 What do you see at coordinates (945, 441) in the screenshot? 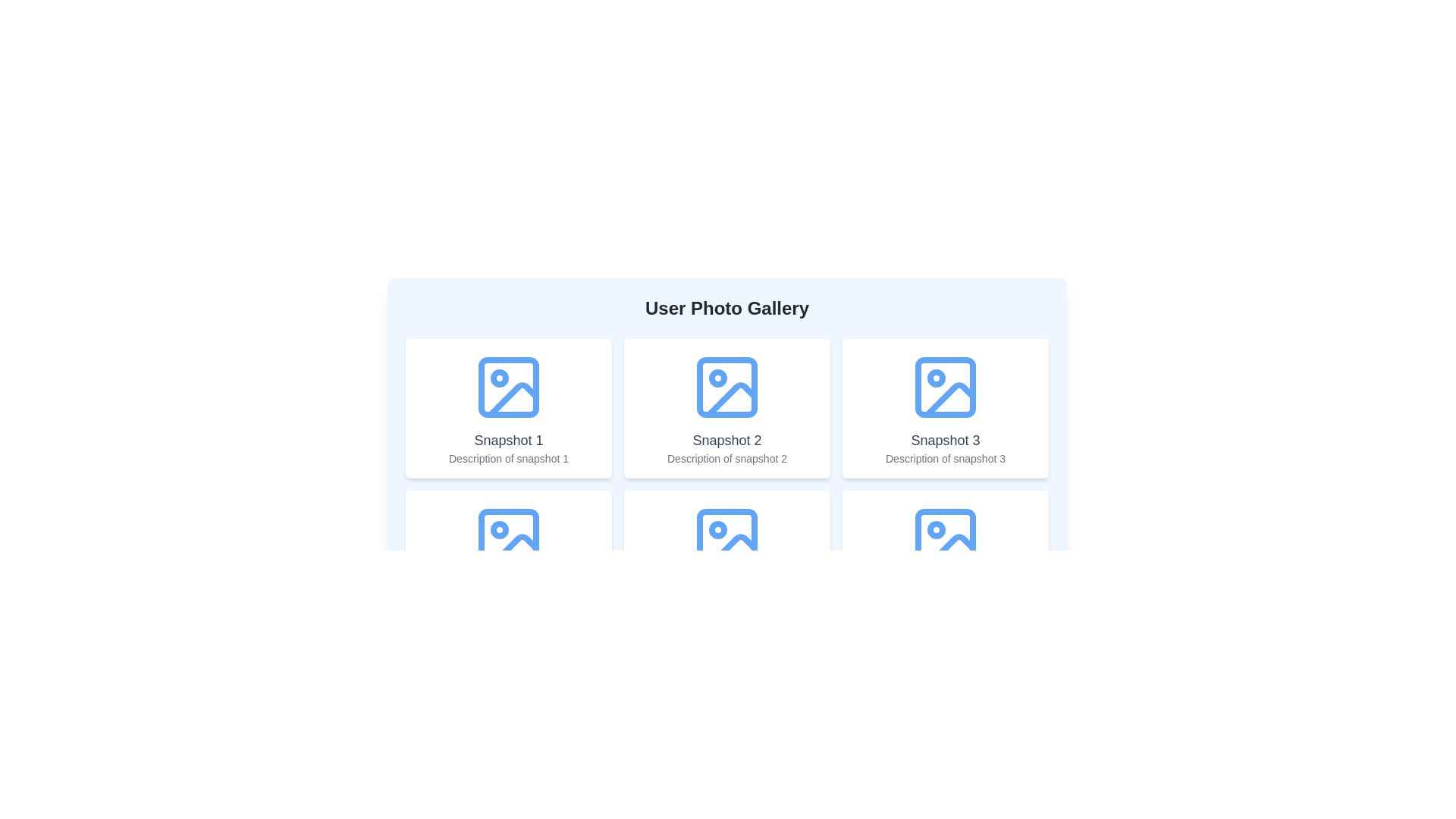
I see `text label located below the icon in the rightmost card of the top row, which serves as a title for the accompanying snapshot` at bounding box center [945, 441].